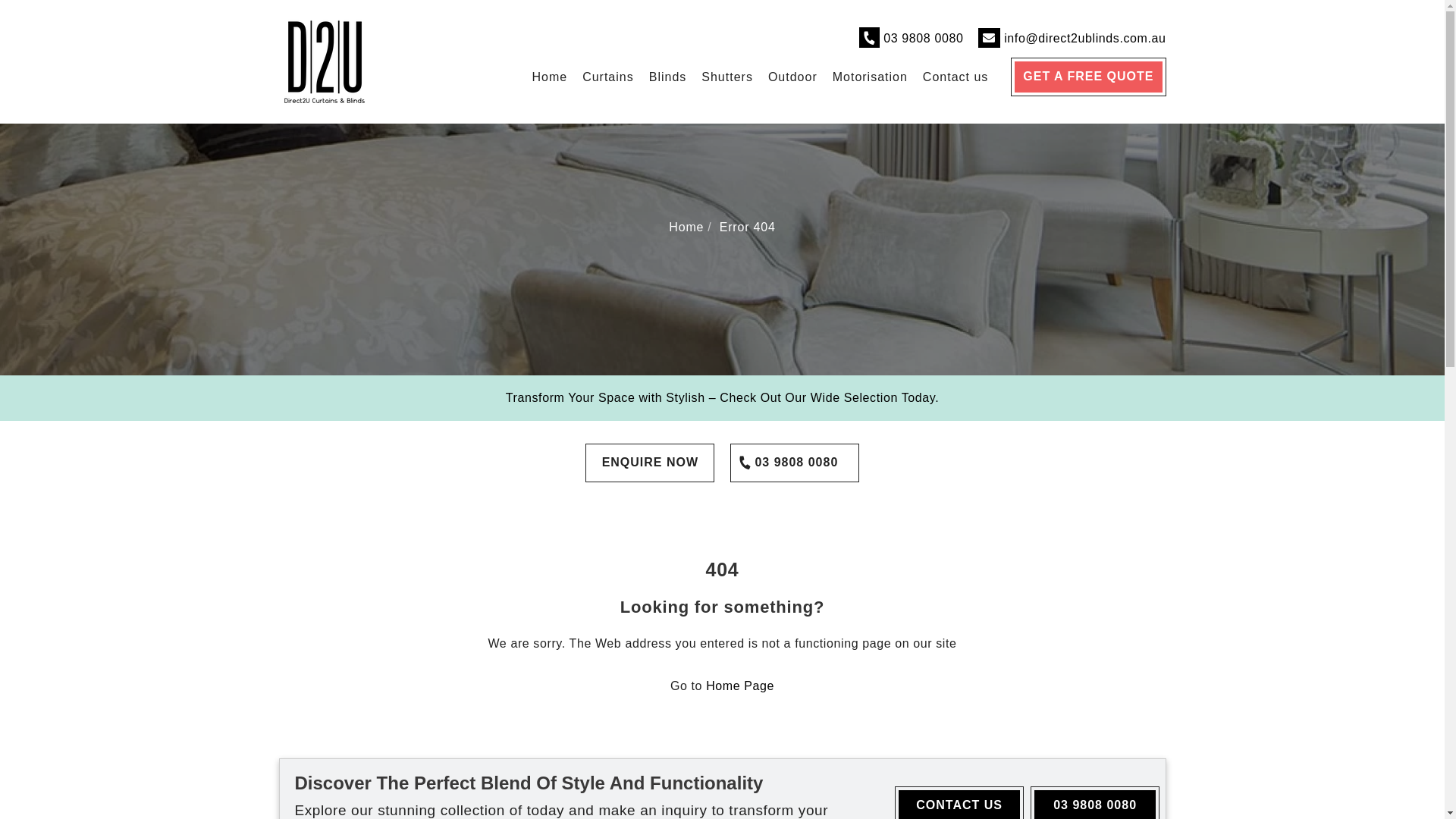 This screenshot has width=1456, height=819. Describe the element at coordinates (667, 77) in the screenshot. I see `'Blinds'` at that location.